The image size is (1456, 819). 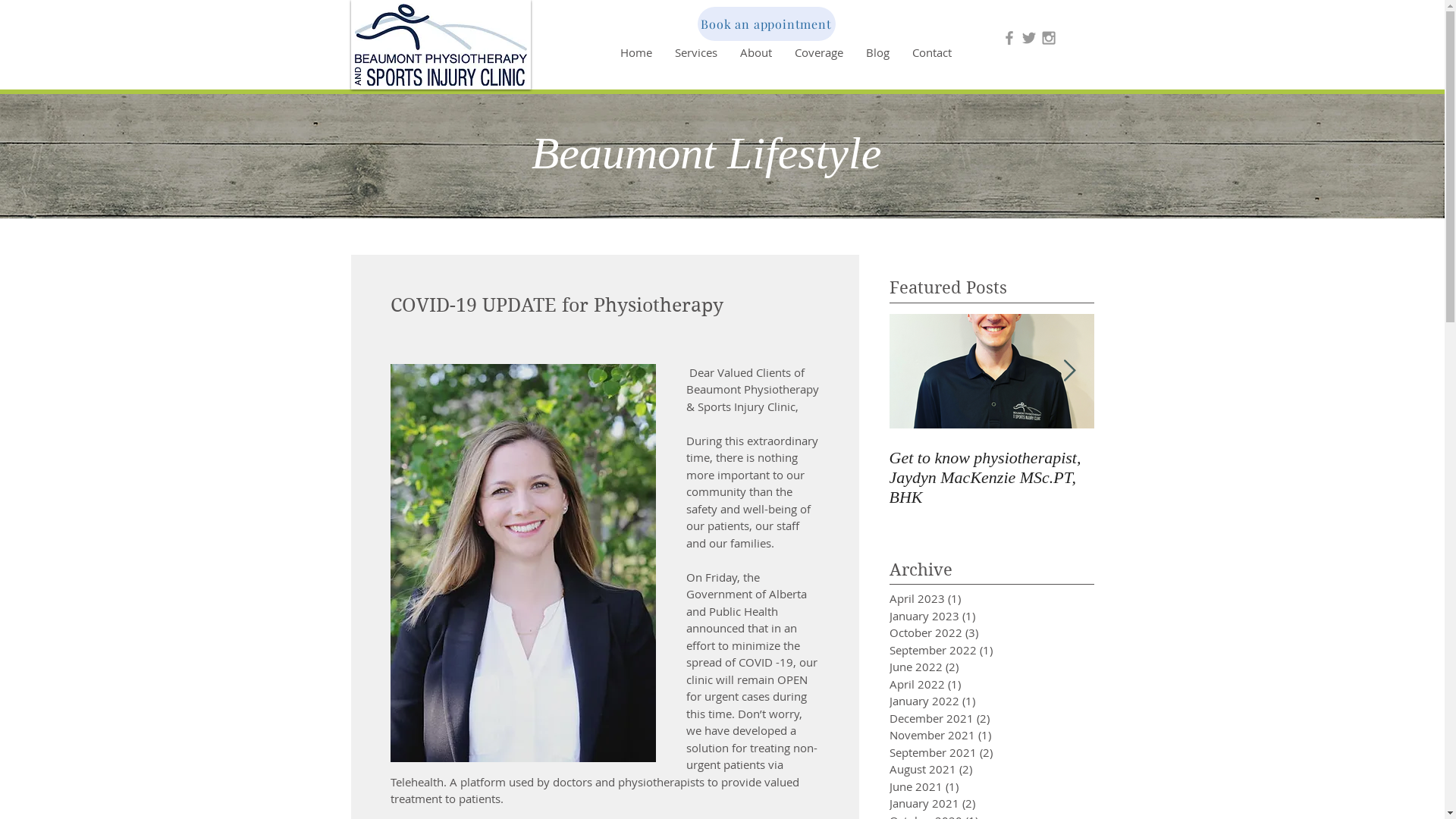 I want to click on 'Home', so click(x=635, y=52).